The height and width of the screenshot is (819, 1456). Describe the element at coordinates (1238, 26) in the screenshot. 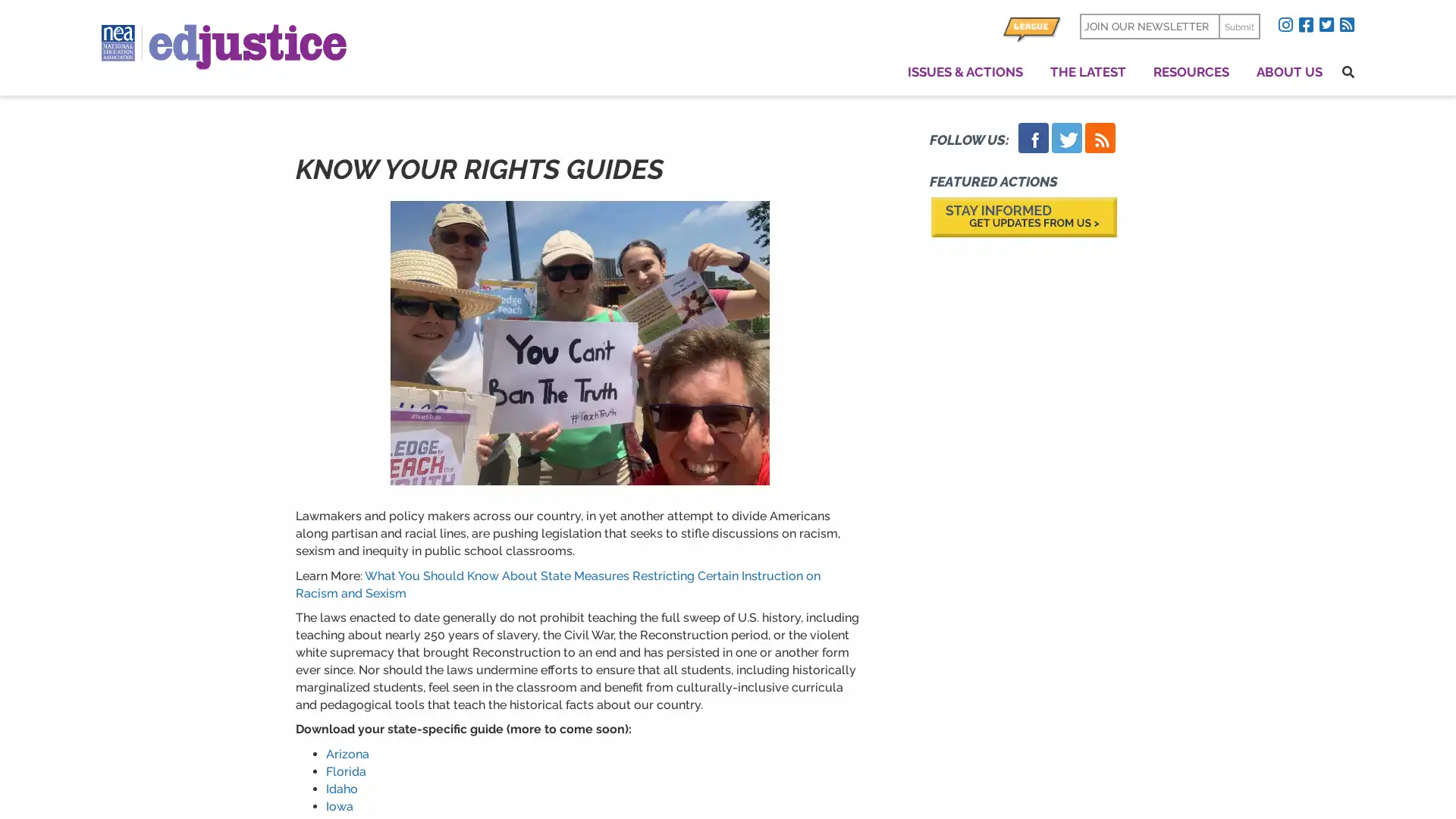

I see `Submit` at that location.